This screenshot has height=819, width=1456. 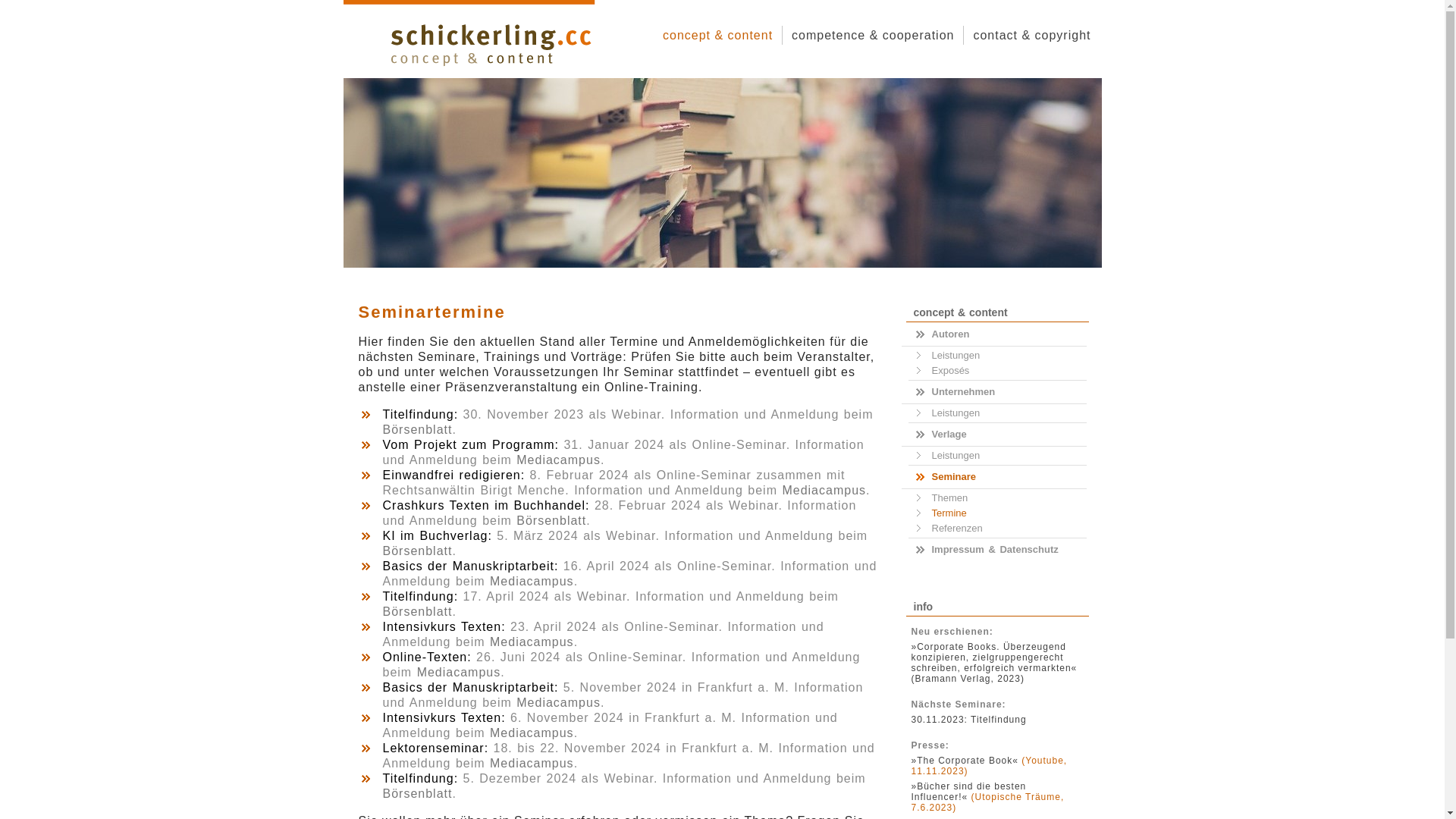 What do you see at coordinates (490, 43) in the screenshot?
I see `'schickerling-cc-logo'` at bounding box center [490, 43].